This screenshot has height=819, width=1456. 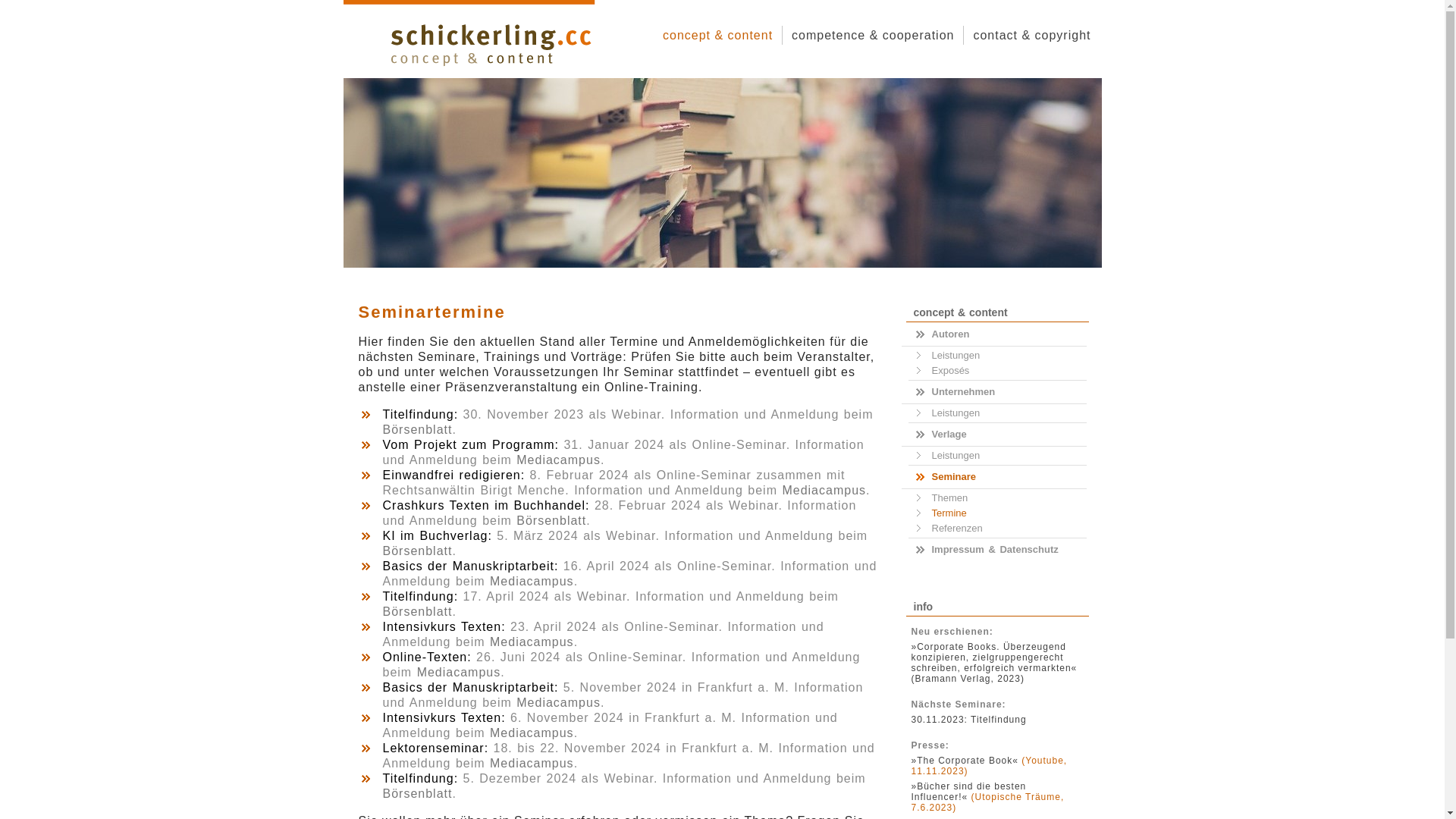 What do you see at coordinates (490, 43) in the screenshot?
I see `'schickerling-cc-logo'` at bounding box center [490, 43].